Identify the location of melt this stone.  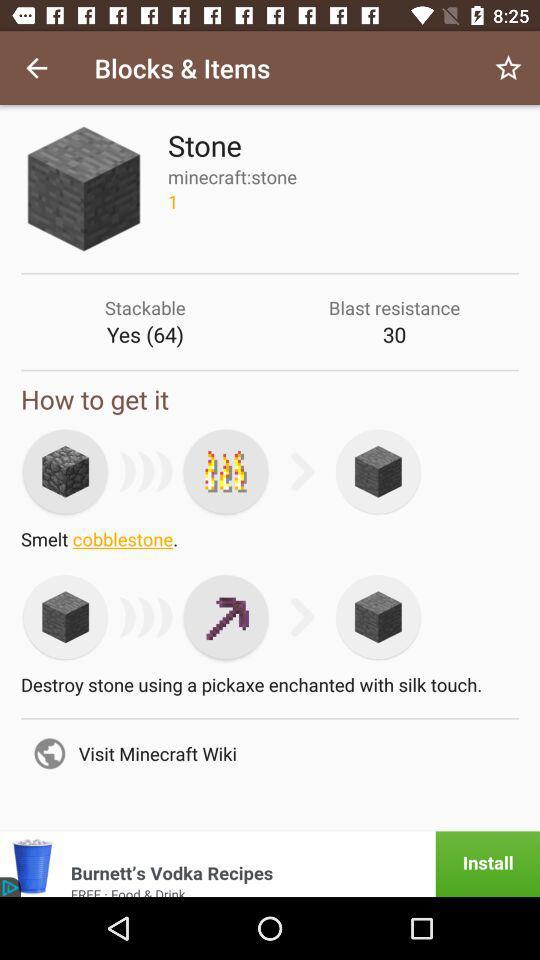
(225, 471).